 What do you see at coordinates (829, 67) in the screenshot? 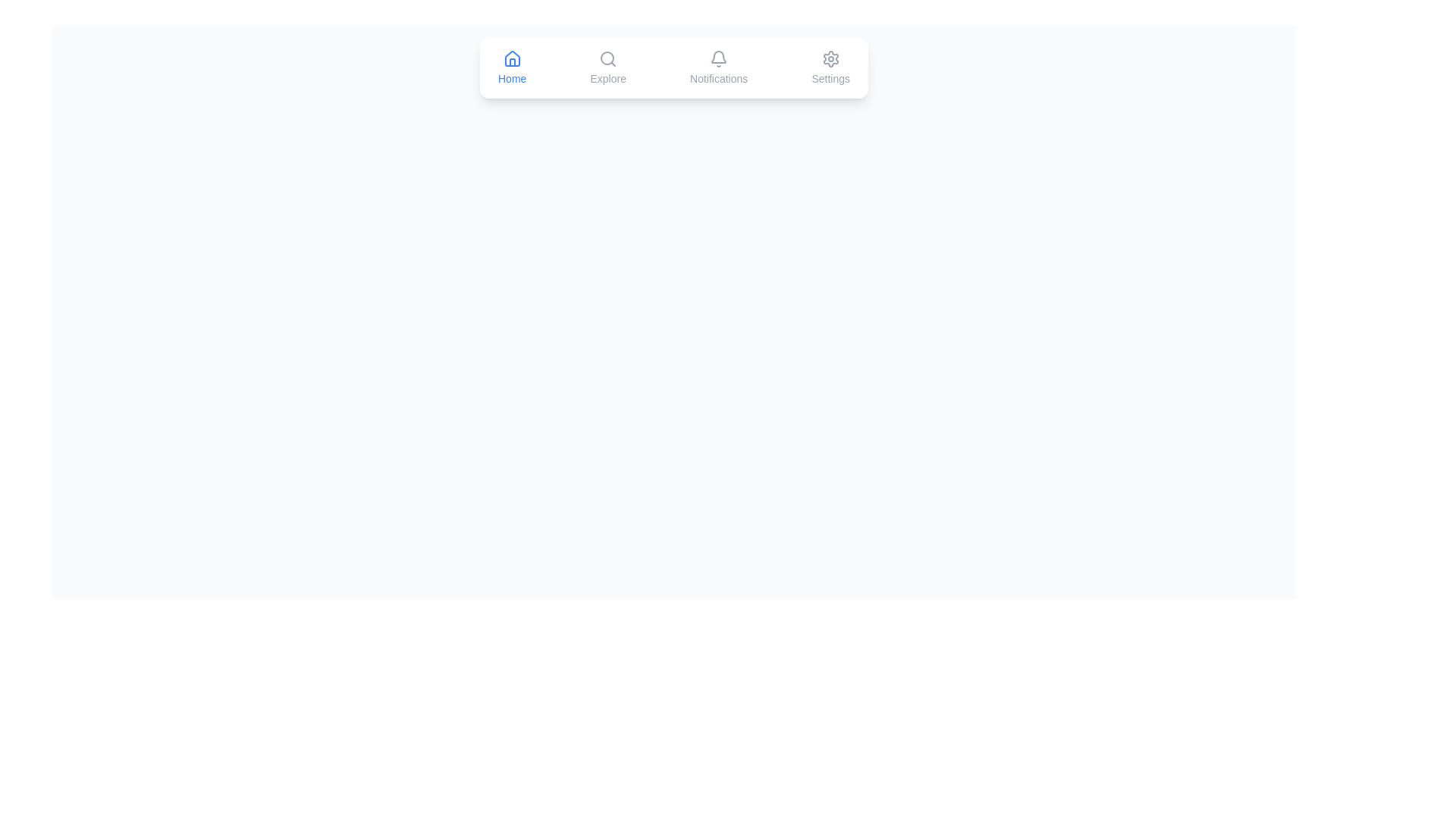
I see `the tab labeled Settings` at bounding box center [829, 67].